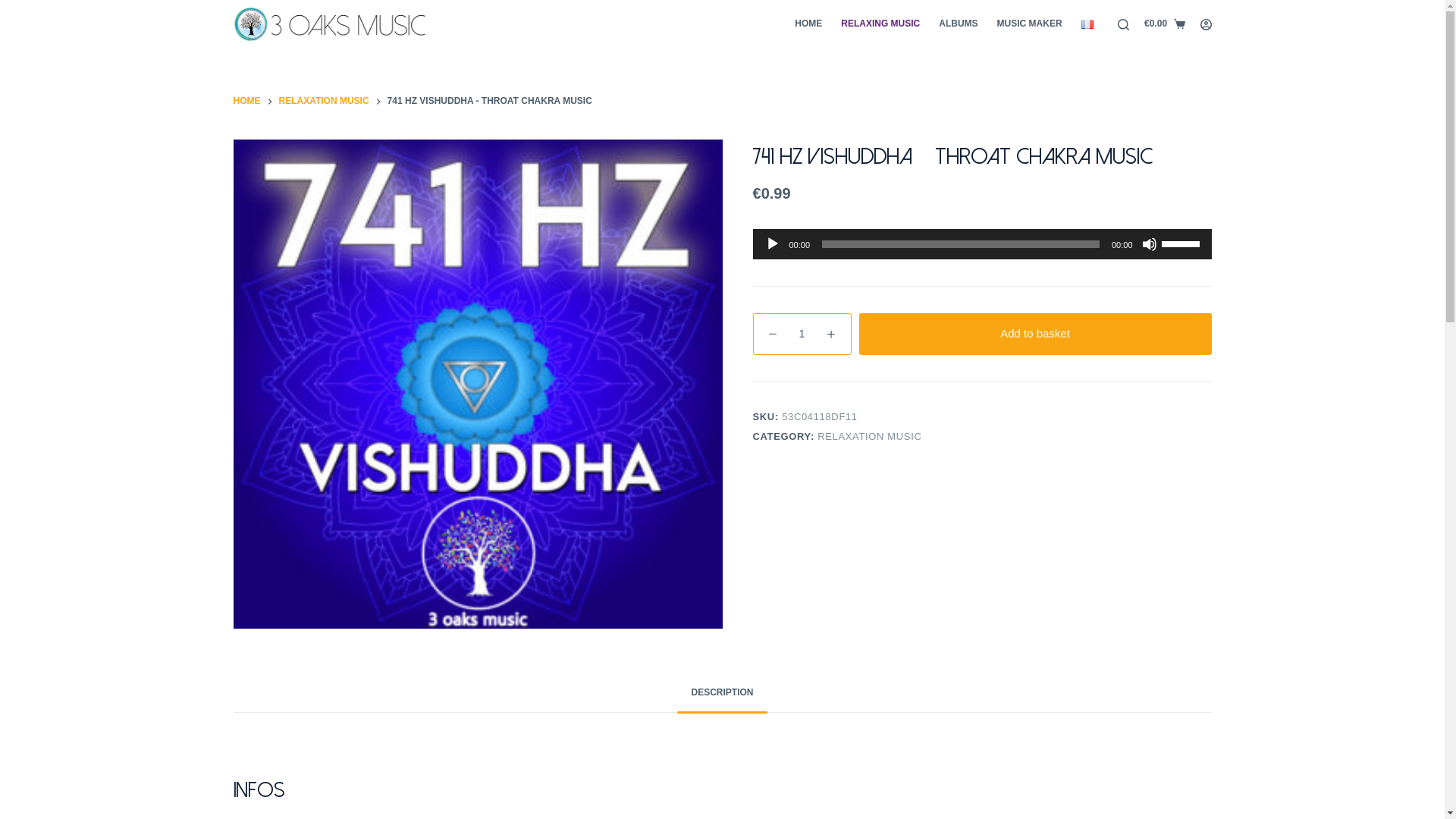 The height and width of the screenshot is (819, 1456). I want to click on 'DESCRIPTION', so click(720, 693).